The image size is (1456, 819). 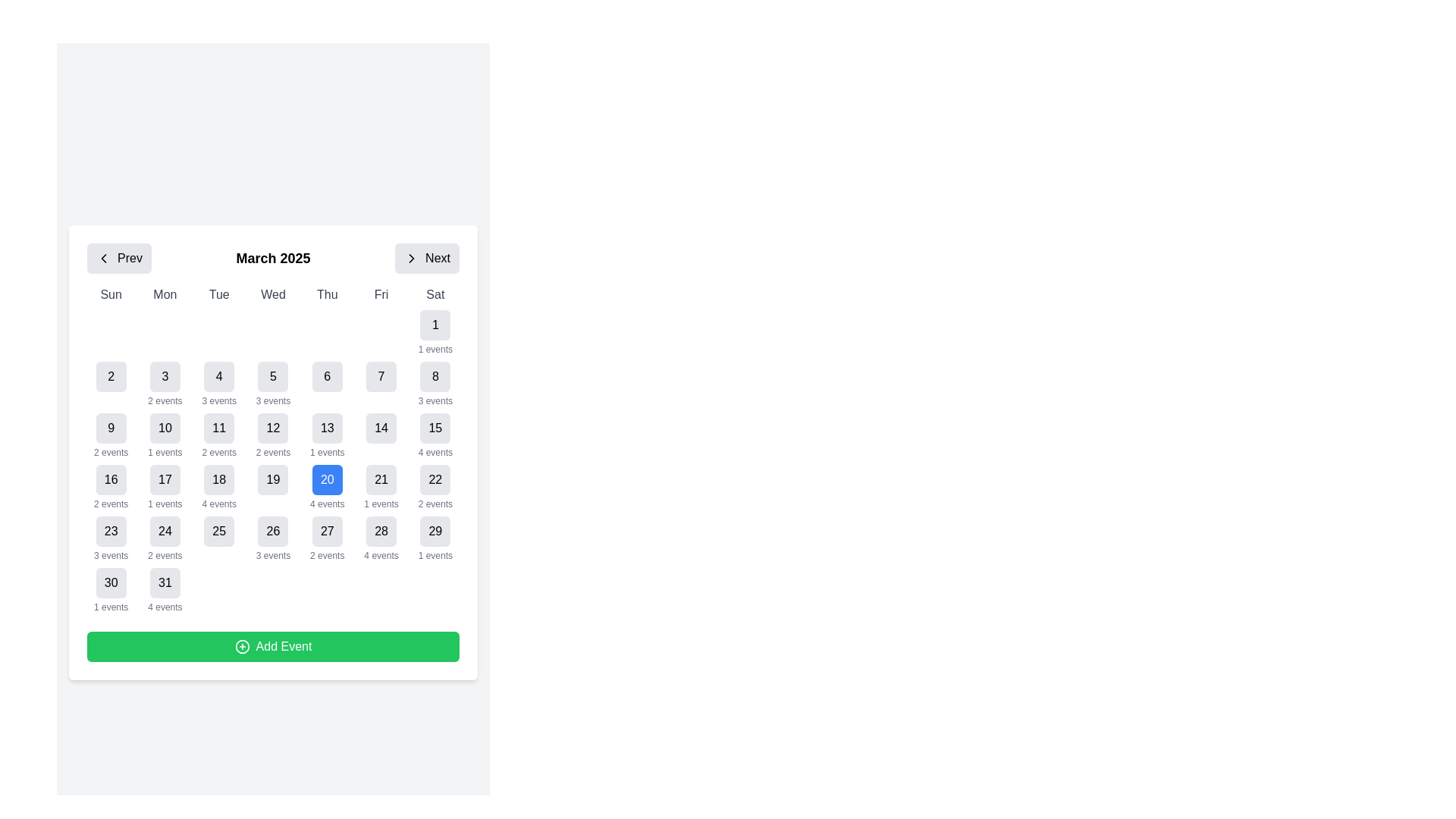 I want to click on the right-facing chevron icon located in the top-right corner of the calendar interface, adjacent to the 'Next' button, so click(x=412, y=257).